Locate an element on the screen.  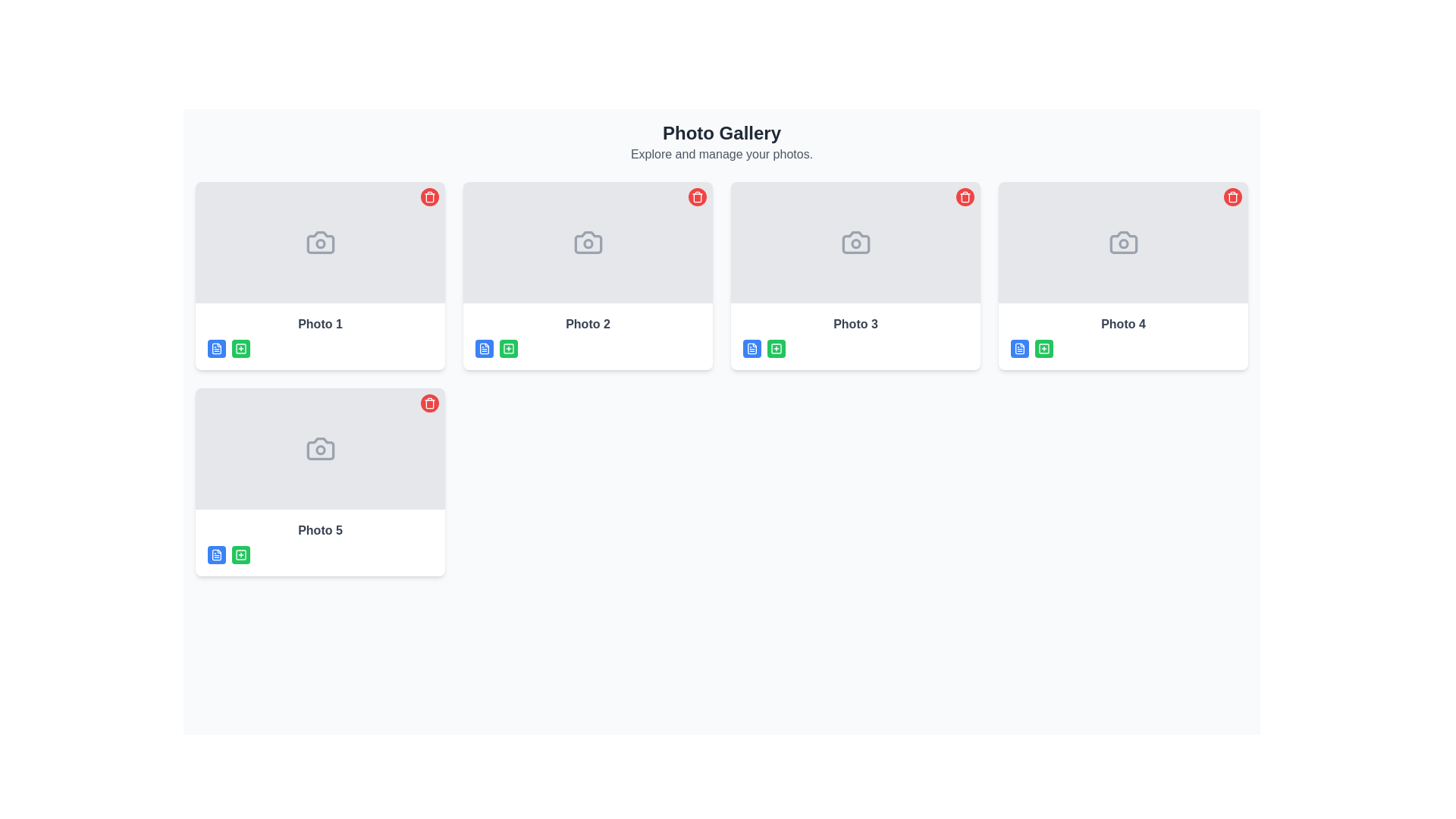
the leftmost button in the row of action buttons below the card for 'Photo 5' is located at coordinates (216, 555).